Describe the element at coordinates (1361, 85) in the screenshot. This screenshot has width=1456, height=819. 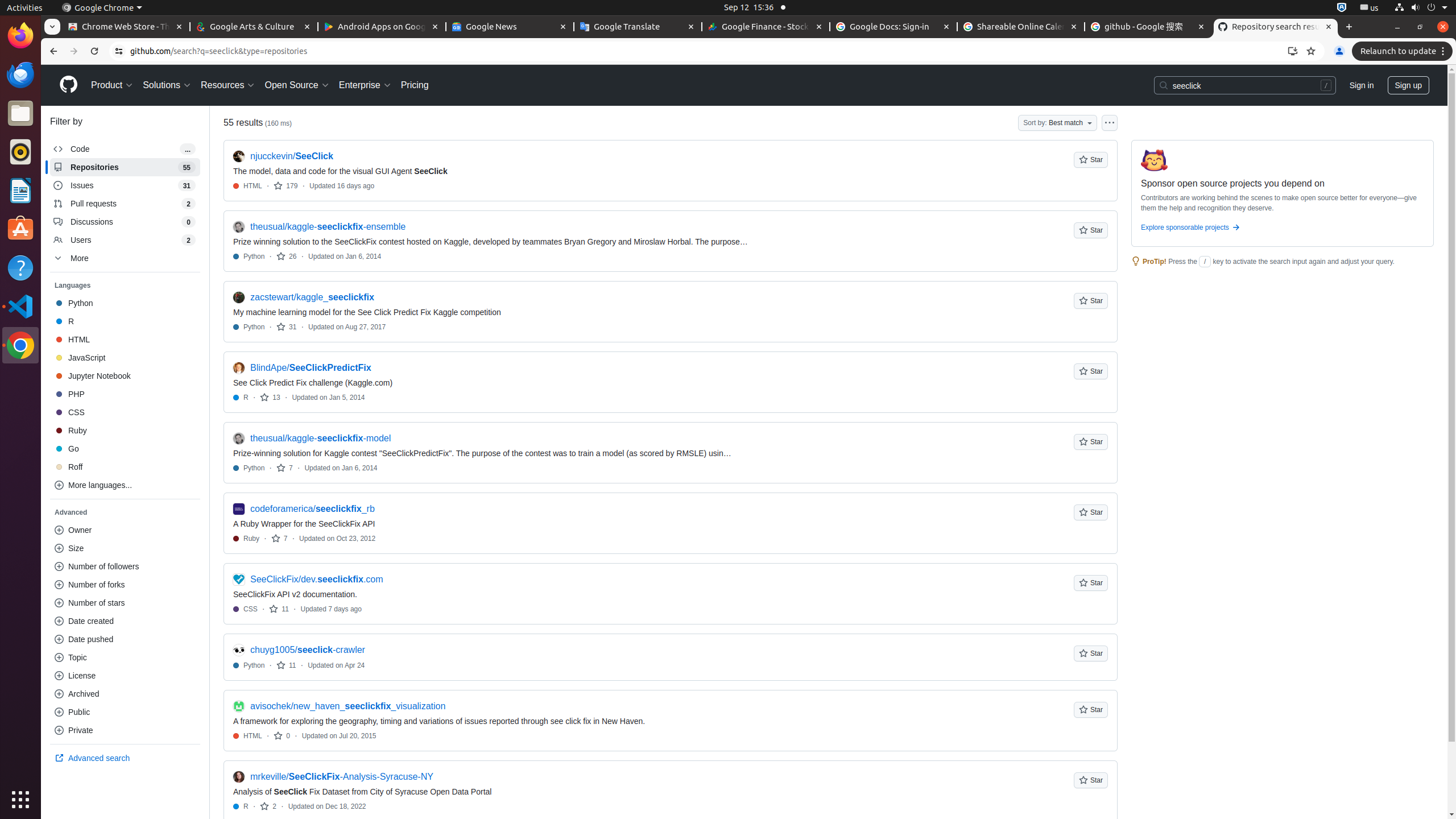
I see `'Sign in'` at that location.